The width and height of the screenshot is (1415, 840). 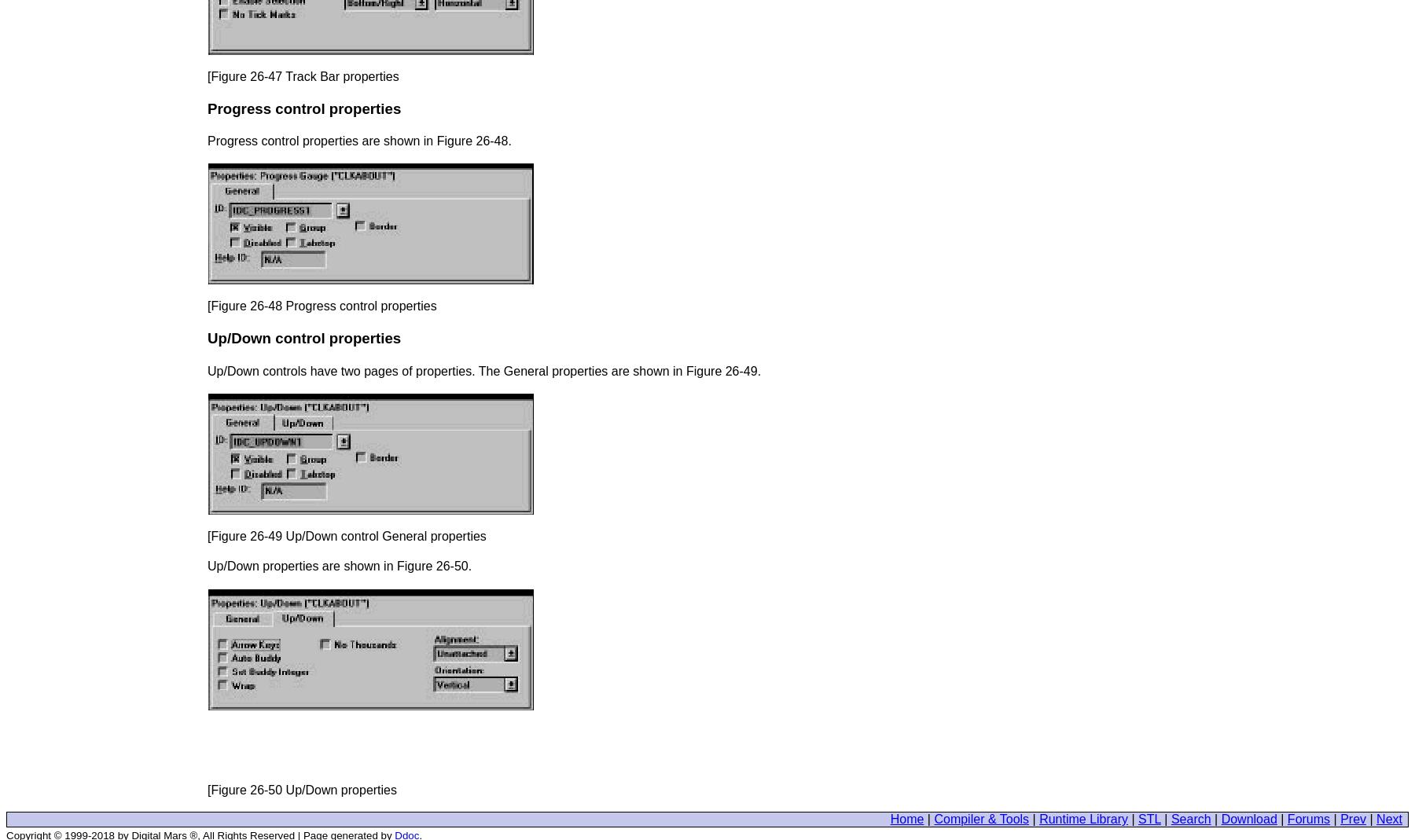 What do you see at coordinates (1307, 819) in the screenshot?
I see `'Forums'` at bounding box center [1307, 819].